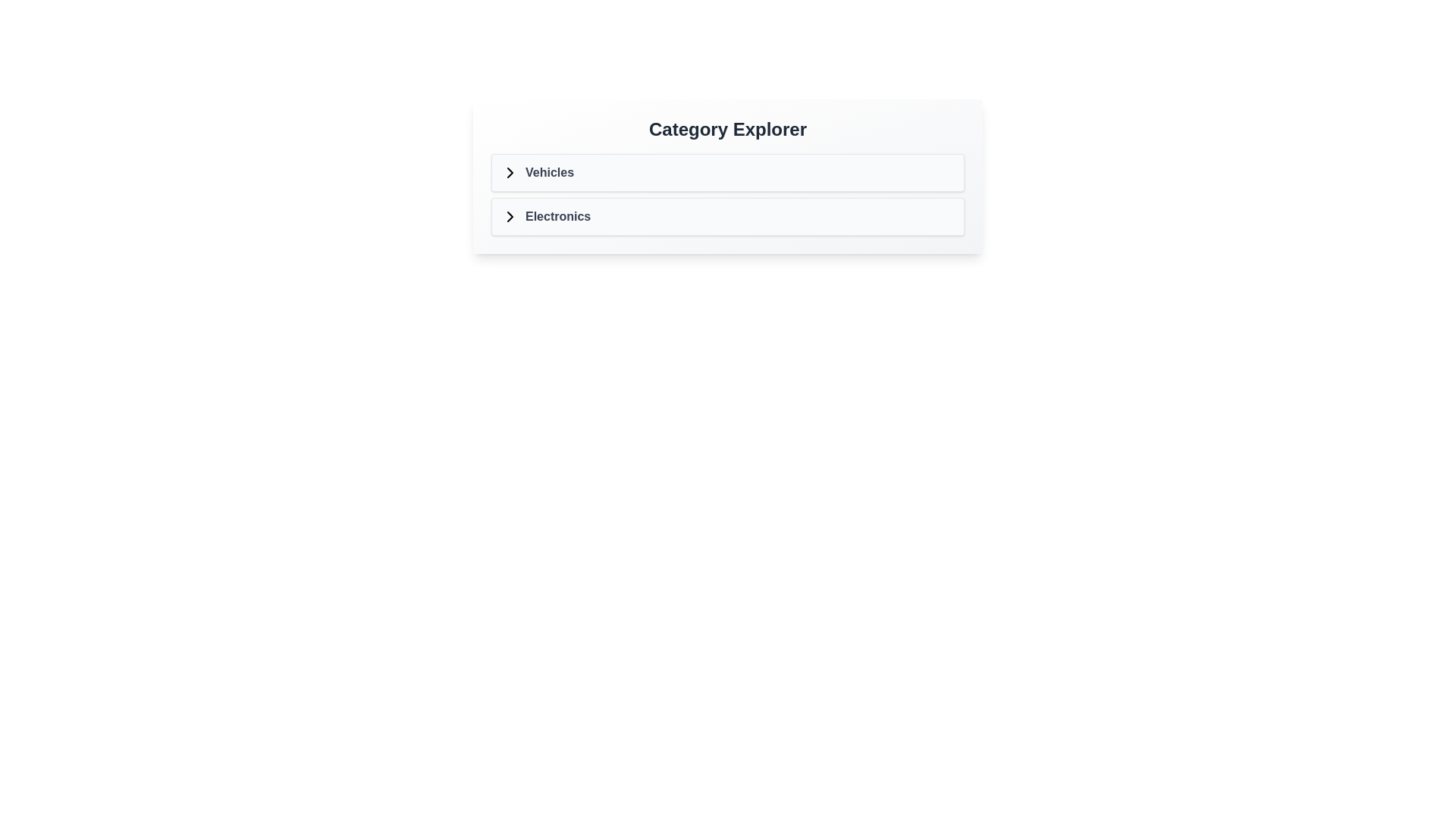 The height and width of the screenshot is (819, 1456). I want to click on the text label indicating the electronics category, which is located in the second row of the category list and positioned to the right of a chevron icon, so click(557, 216).